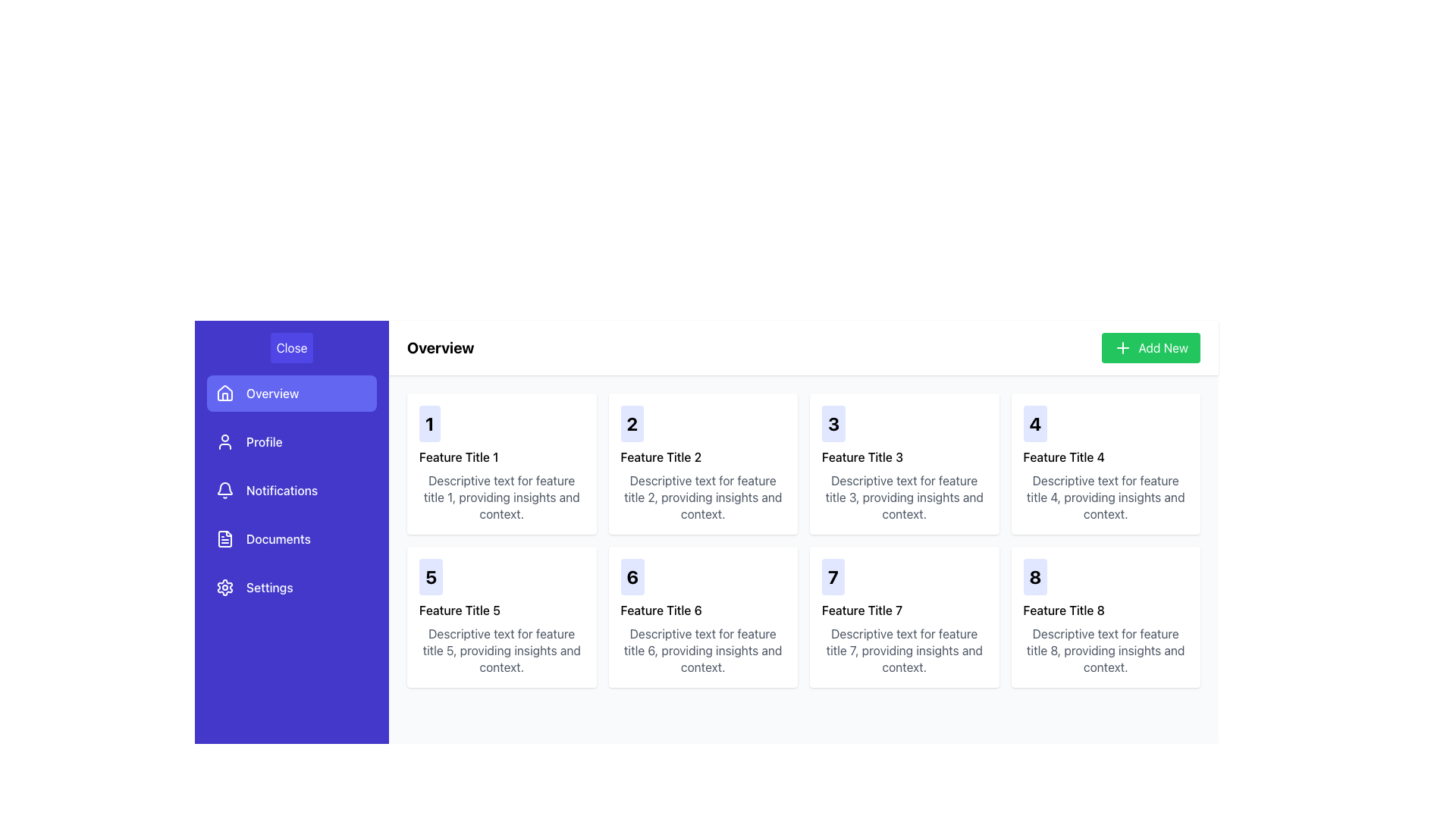 This screenshot has height=819, width=1456. What do you see at coordinates (291, 491) in the screenshot?
I see `the 'Notifications' menu item, which is the third item in the vertical menu` at bounding box center [291, 491].